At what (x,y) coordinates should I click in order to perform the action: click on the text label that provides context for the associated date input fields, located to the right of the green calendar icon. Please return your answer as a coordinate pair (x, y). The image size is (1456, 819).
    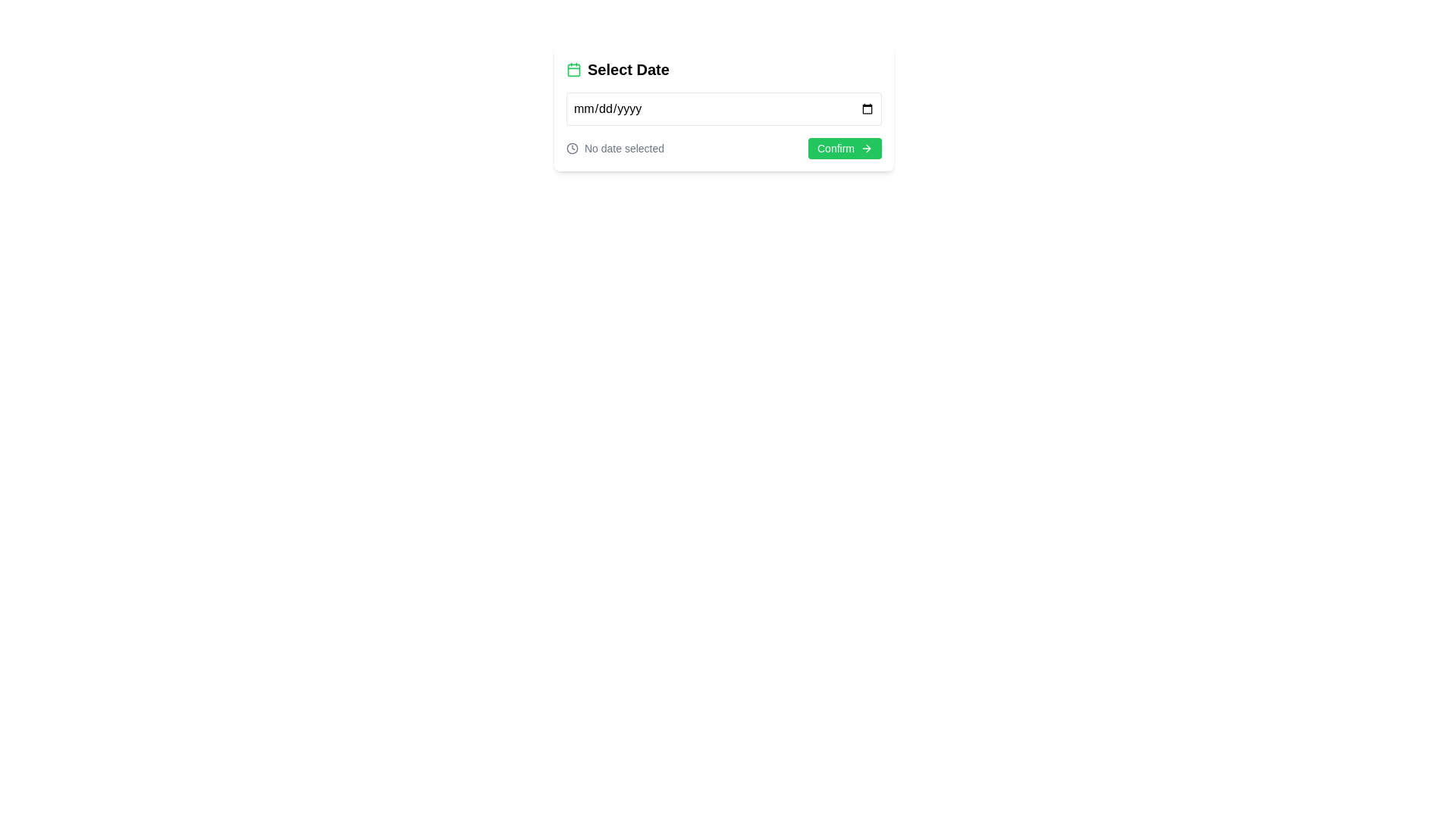
    Looking at the image, I should click on (628, 70).